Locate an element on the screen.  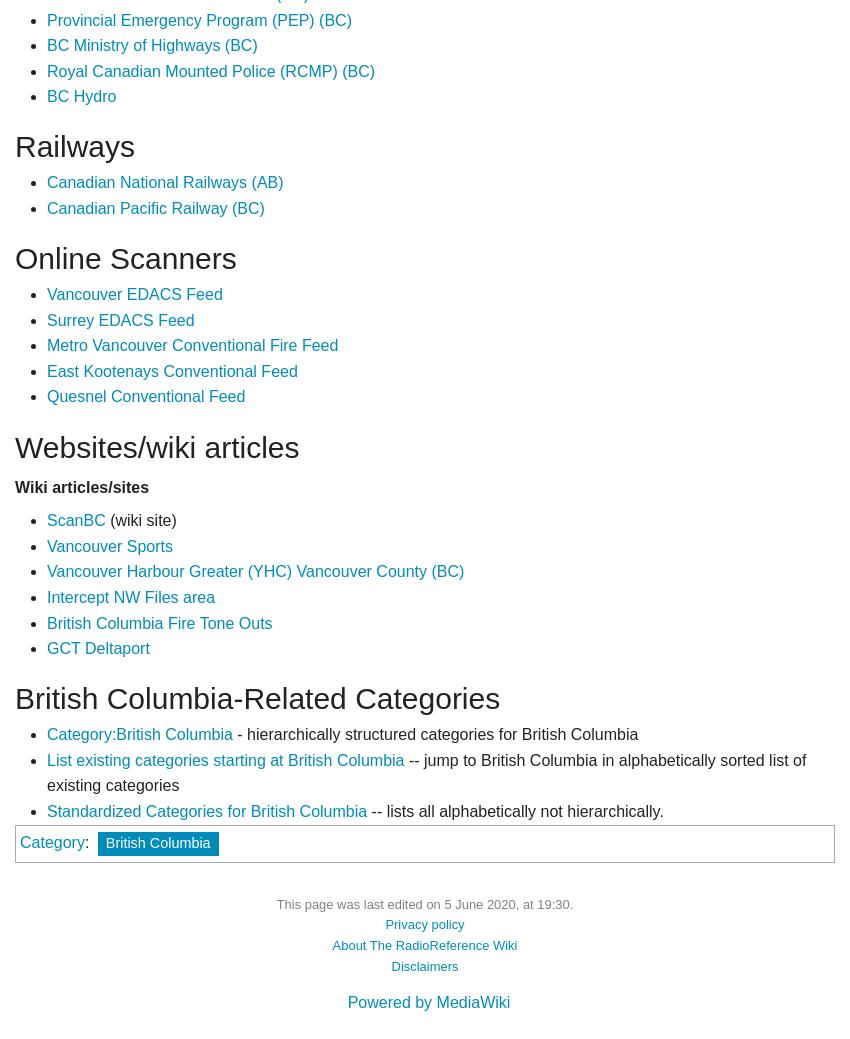
'Intercept NW Files area' is located at coordinates (130, 596).